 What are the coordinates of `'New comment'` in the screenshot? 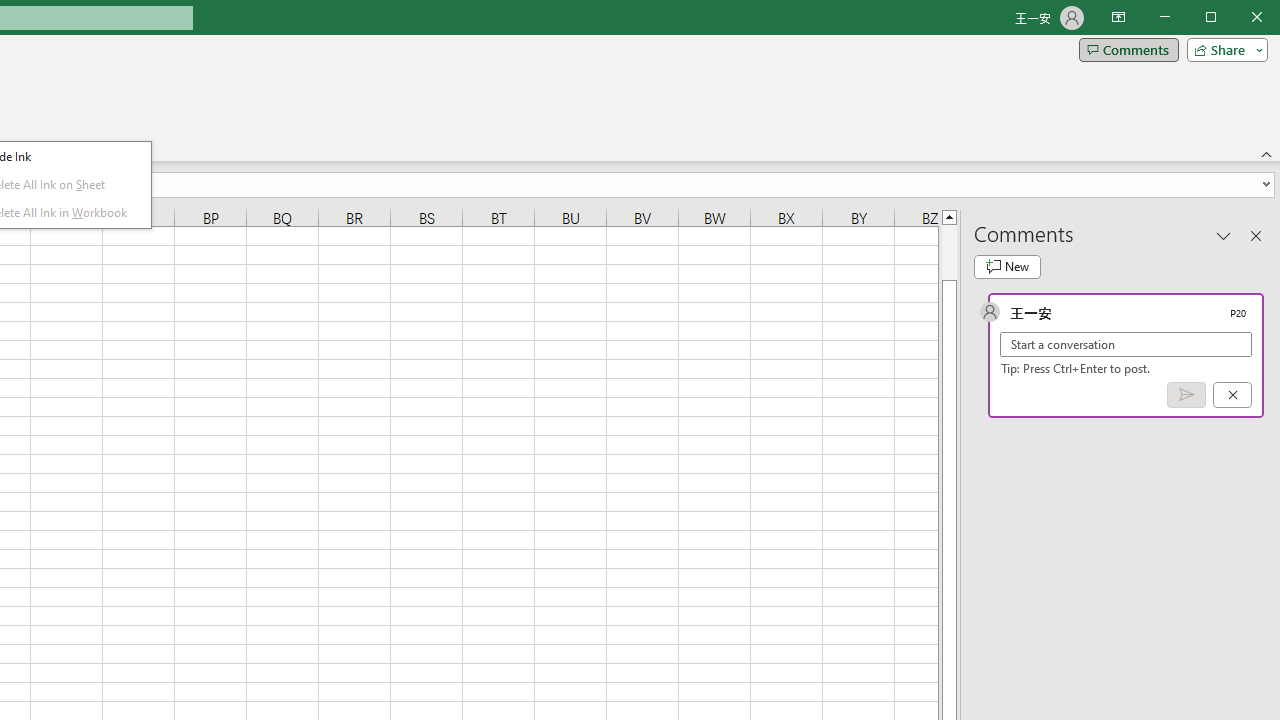 It's located at (1007, 266).